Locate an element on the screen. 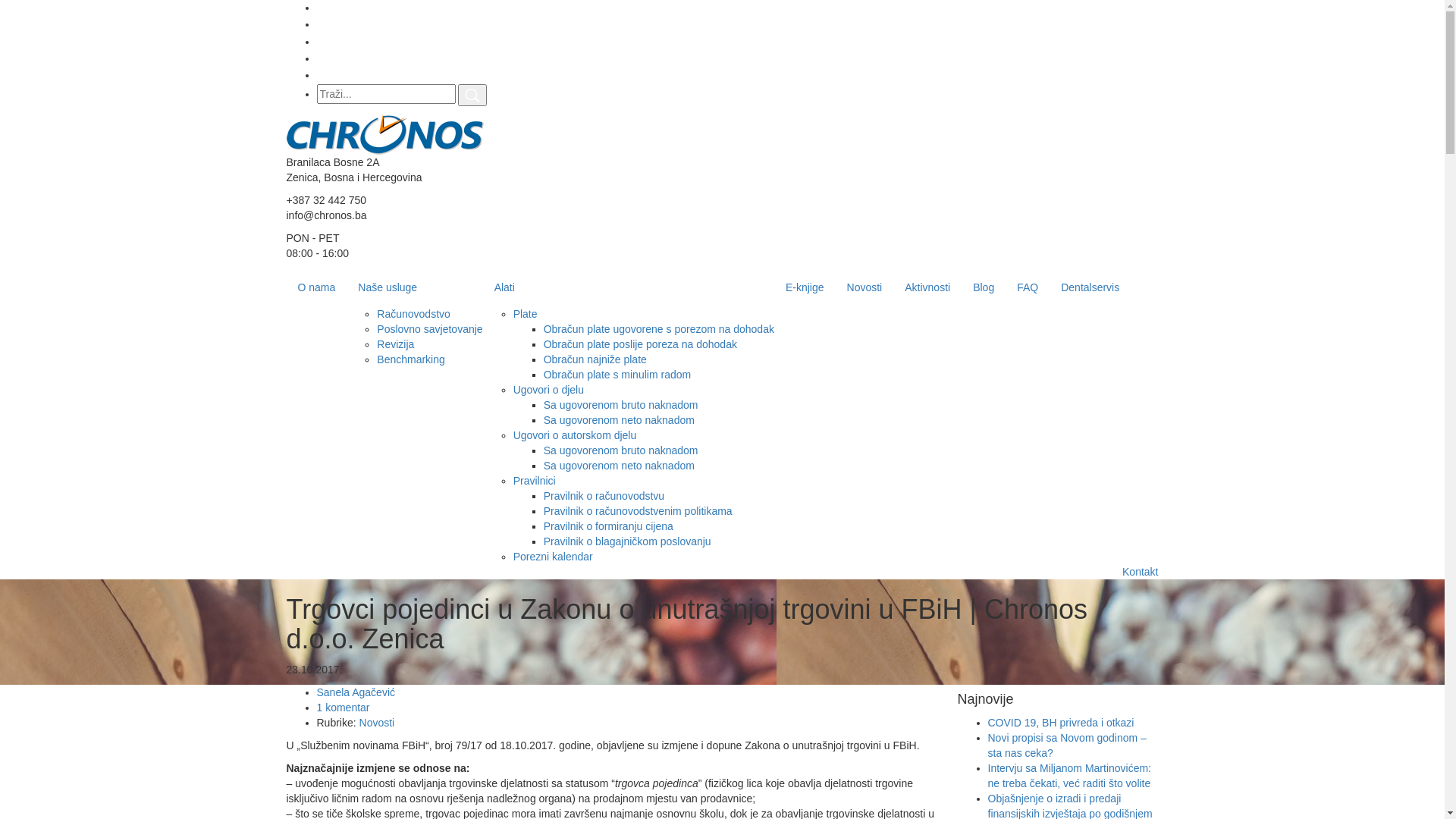  'Benchmarking' is located at coordinates (411, 359).